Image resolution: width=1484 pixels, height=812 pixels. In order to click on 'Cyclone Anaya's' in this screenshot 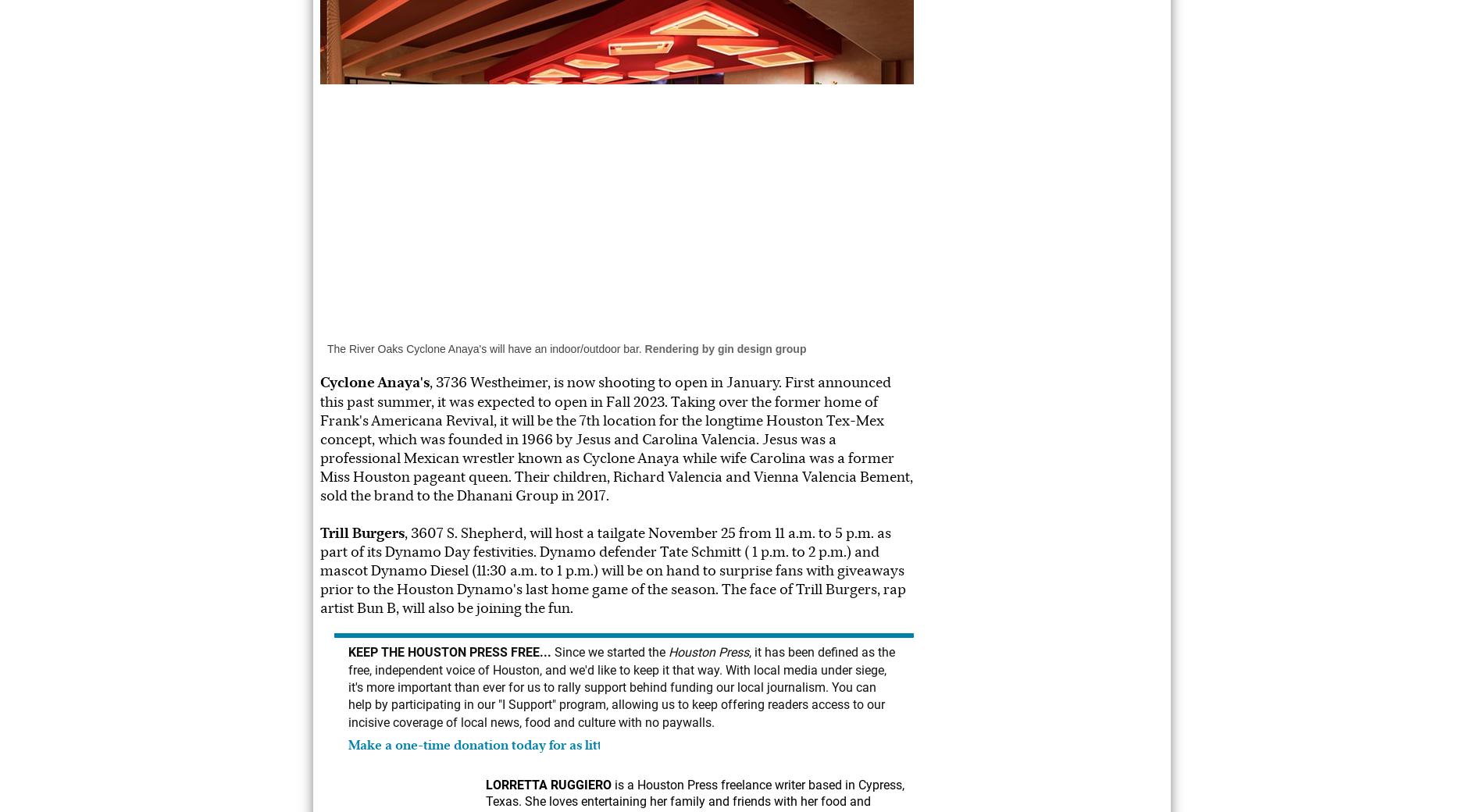, I will do `click(374, 383)`.